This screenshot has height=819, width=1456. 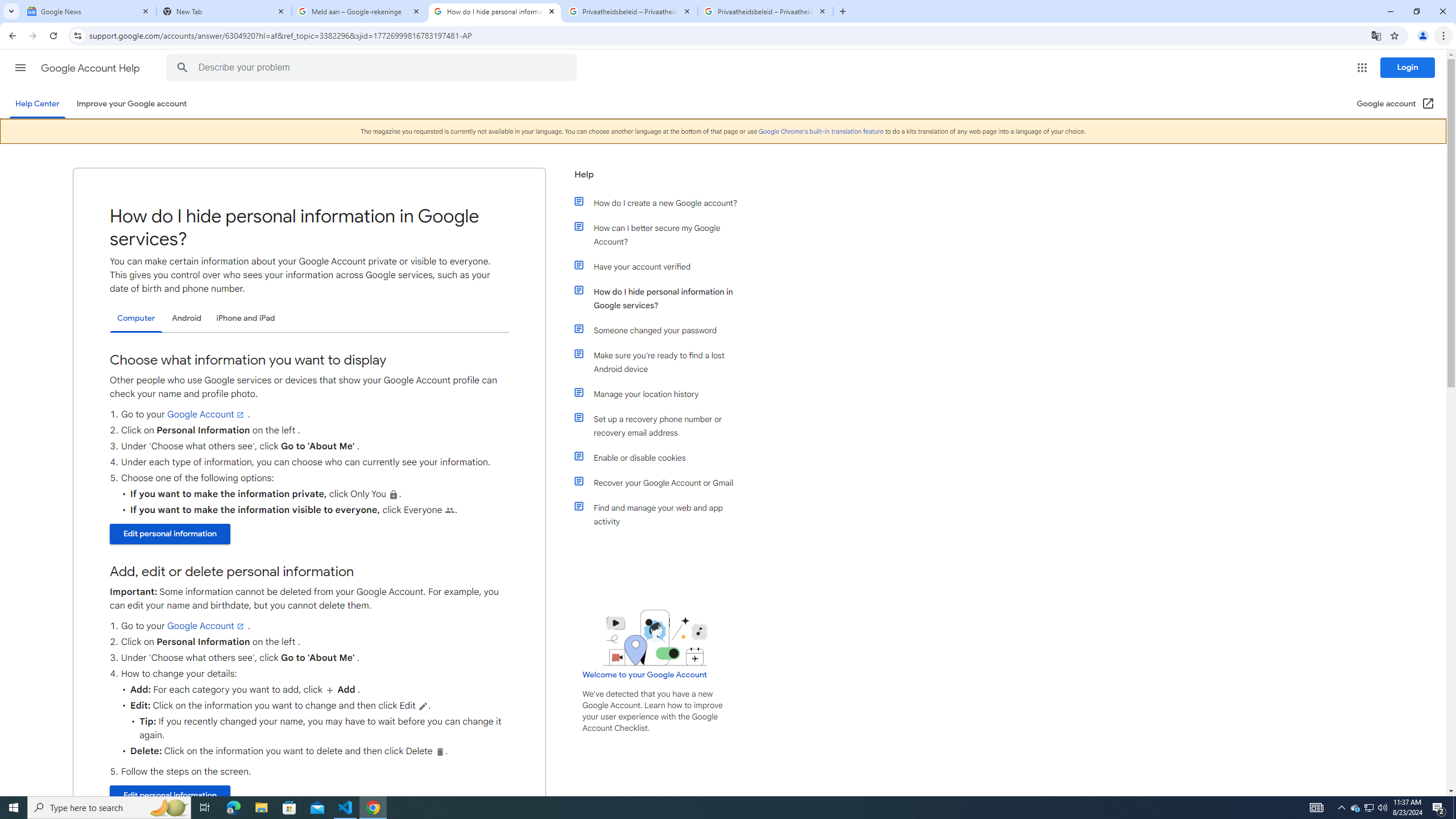 I want to click on 'Main menu', so click(x=19, y=67).